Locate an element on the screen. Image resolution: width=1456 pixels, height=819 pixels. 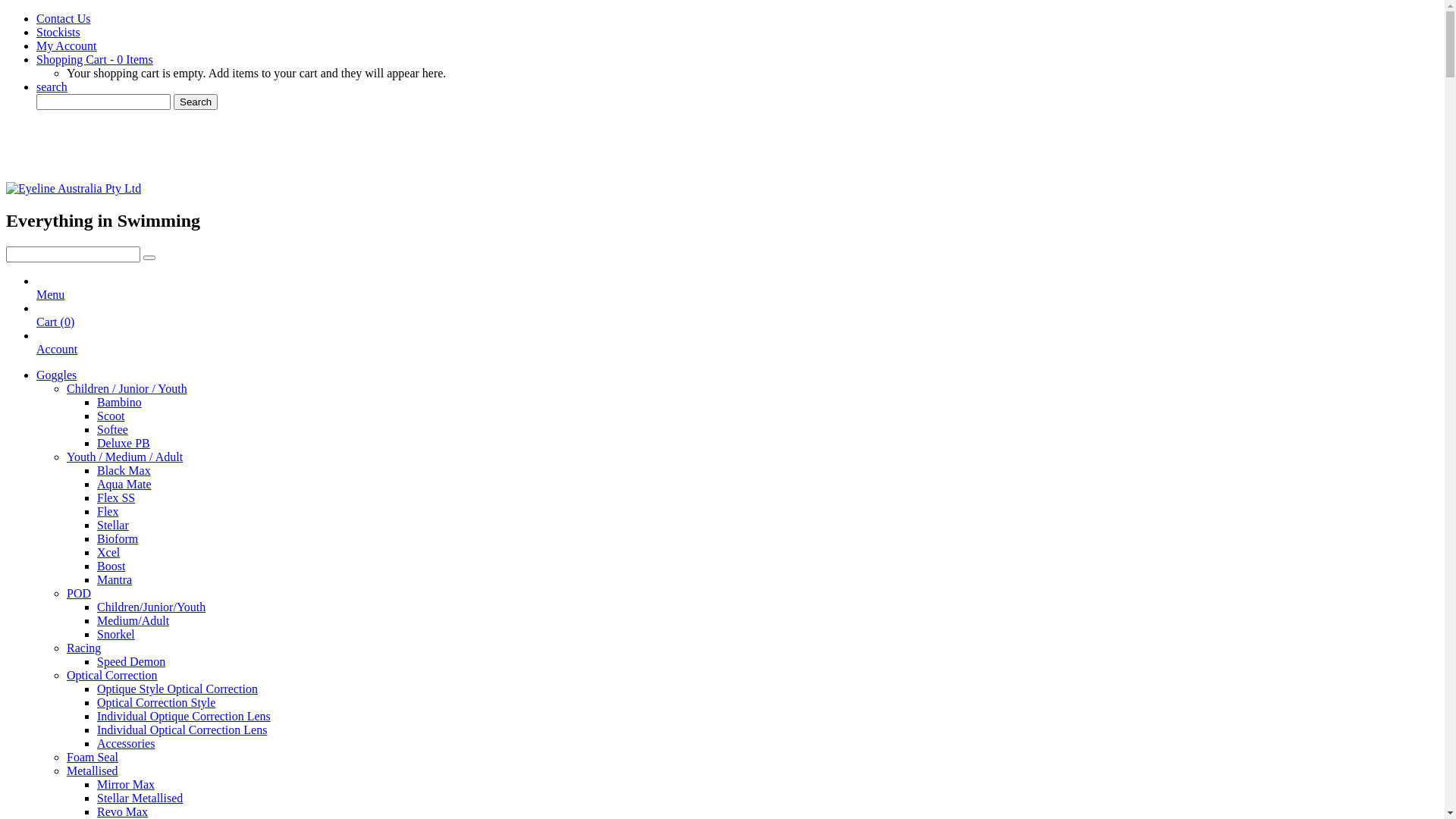
'Mirror Max' is located at coordinates (126, 784).